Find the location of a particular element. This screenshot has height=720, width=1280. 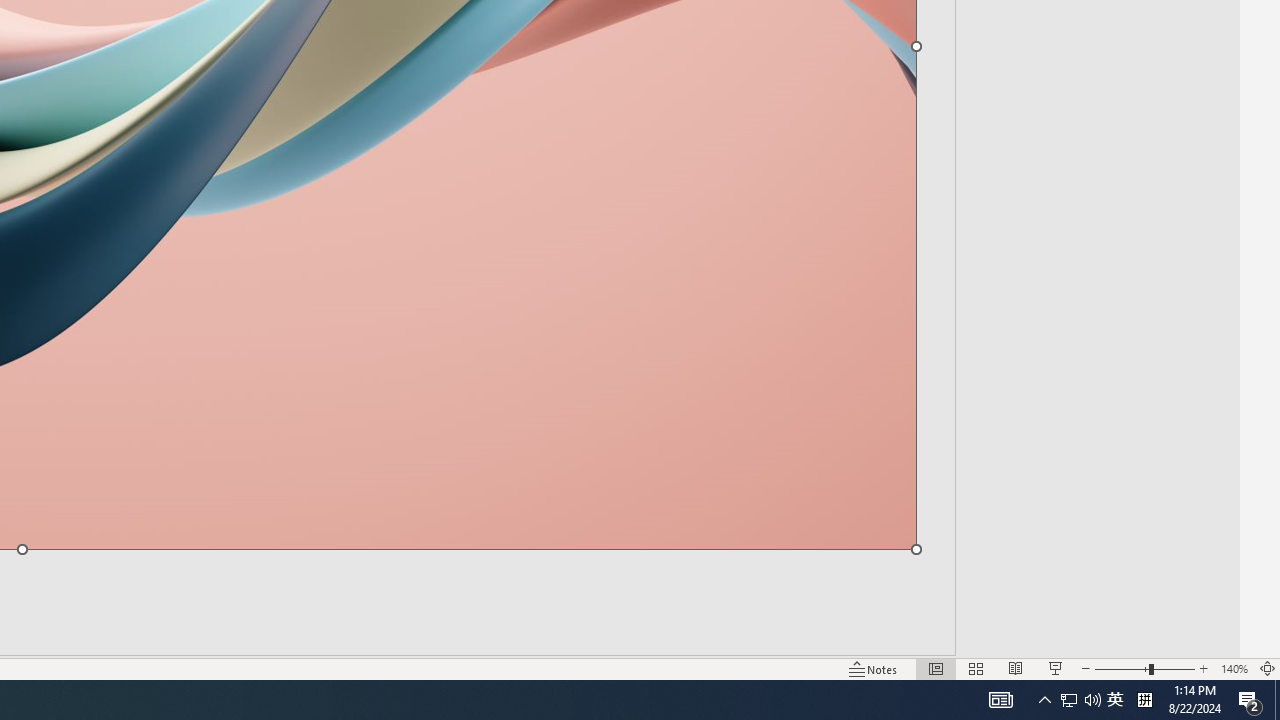

'Zoom Out' is located at coordinates (1121, 669).